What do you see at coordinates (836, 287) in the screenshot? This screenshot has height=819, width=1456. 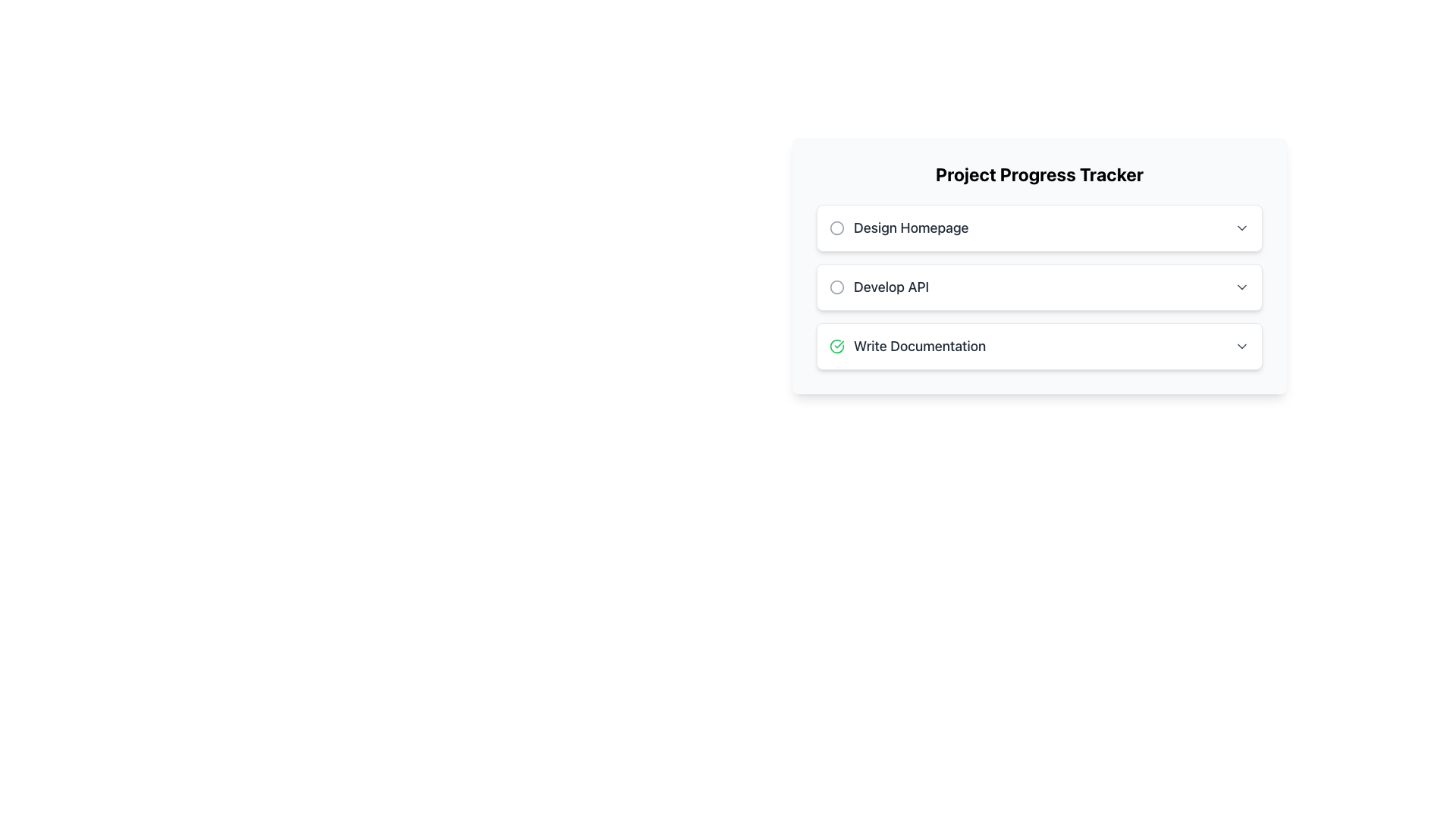 I see `the Circle icon representing the status of the 'Develop API' task in the Project Progress Tracker list` at bounding box center [836, 287].